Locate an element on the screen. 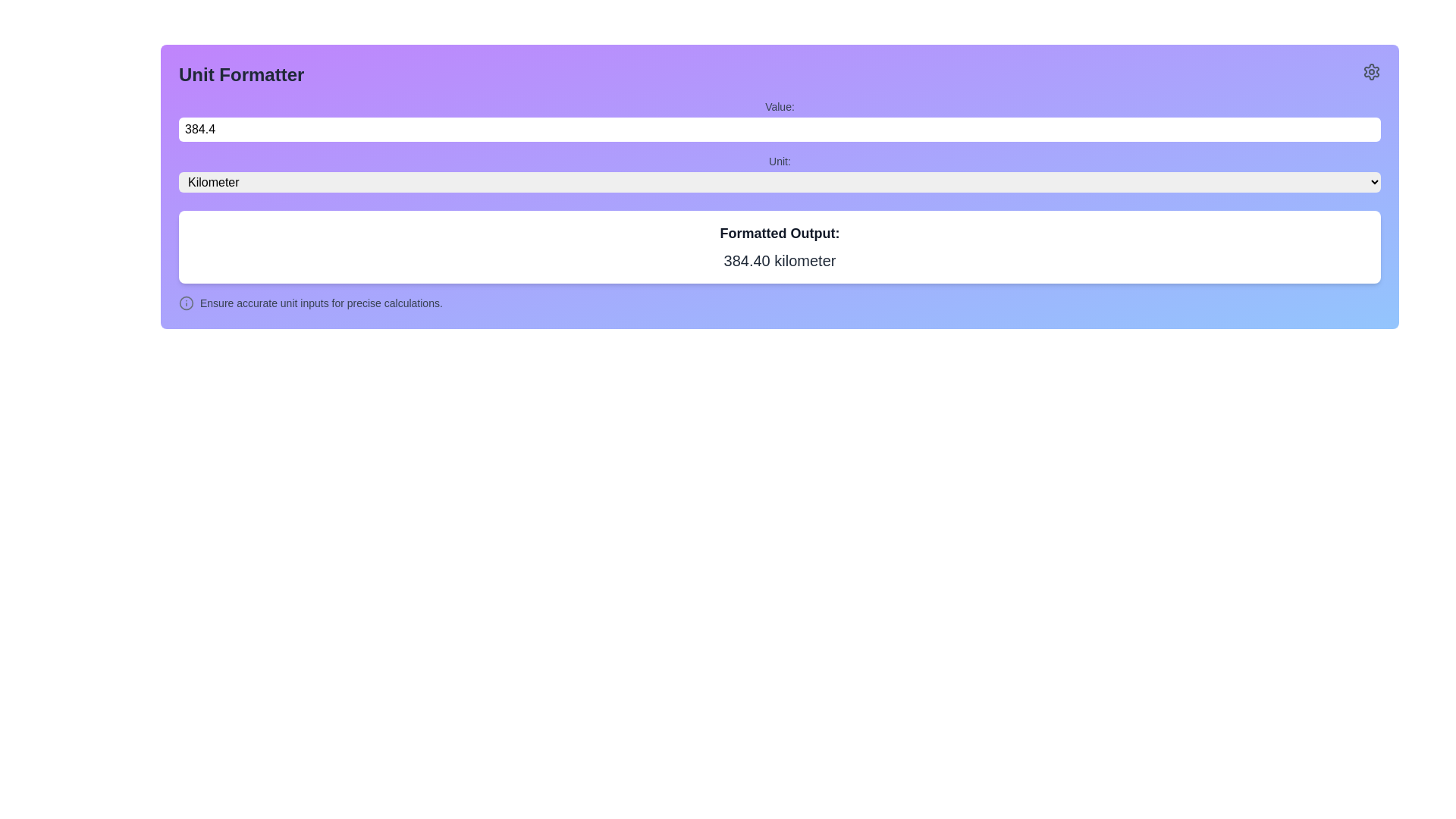  an option from the dropdown menu used for choosing a unit of measurement, located centrally below the 'Unit:' label is located at coordinates (780, 172).